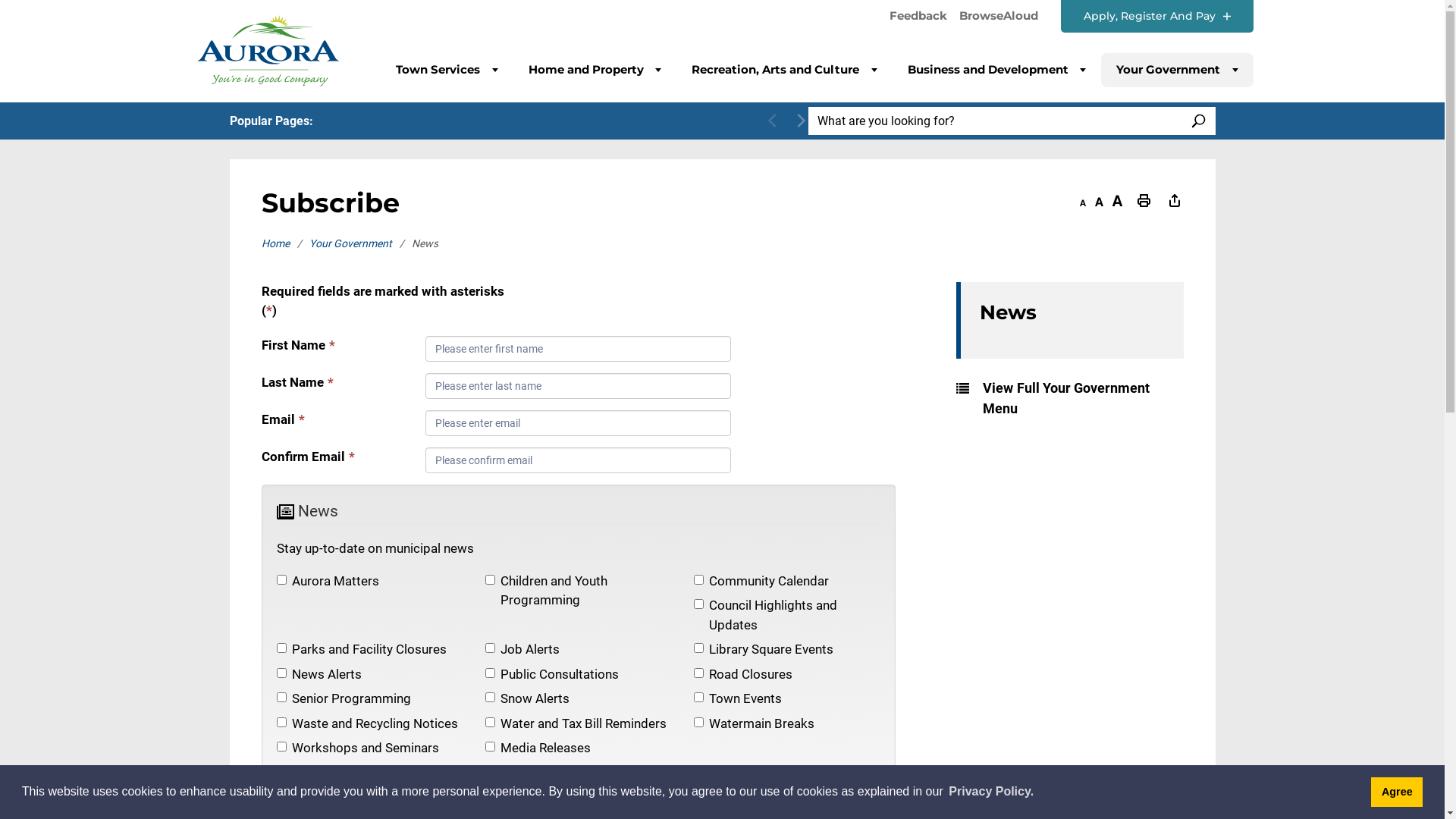 The width and height of the screenshot is (1456, 819). Describe the element at coordinates (1181, 120) in the screenshot. I see `'SEARCH'` at that location.